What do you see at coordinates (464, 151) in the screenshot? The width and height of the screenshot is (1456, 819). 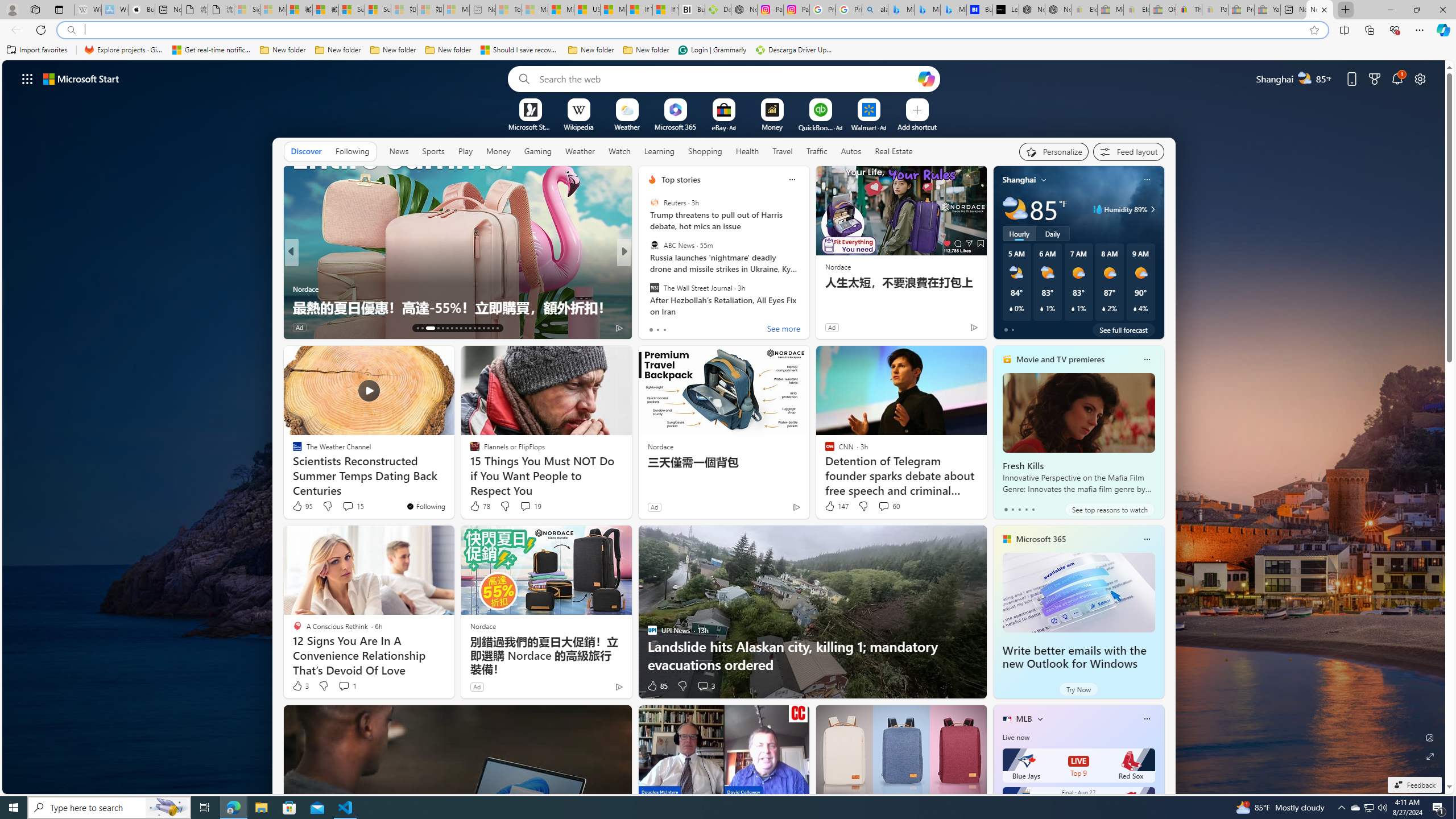 I see `'Play'` at bounding box center [464, 151].